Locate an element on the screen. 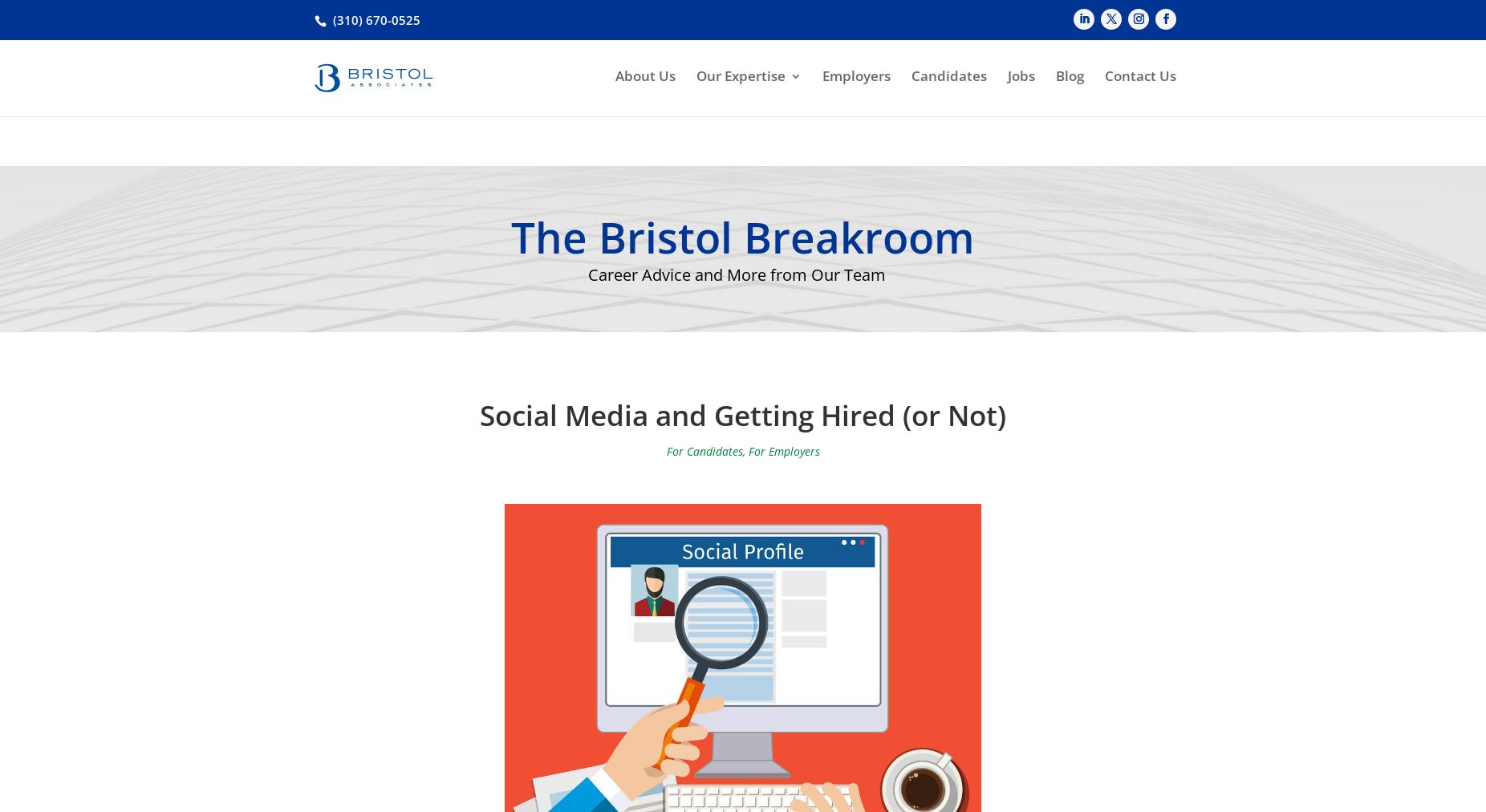 This screenshot has height=812, width=1486. 'Nonprofit' is located at coordinates (739, 272).